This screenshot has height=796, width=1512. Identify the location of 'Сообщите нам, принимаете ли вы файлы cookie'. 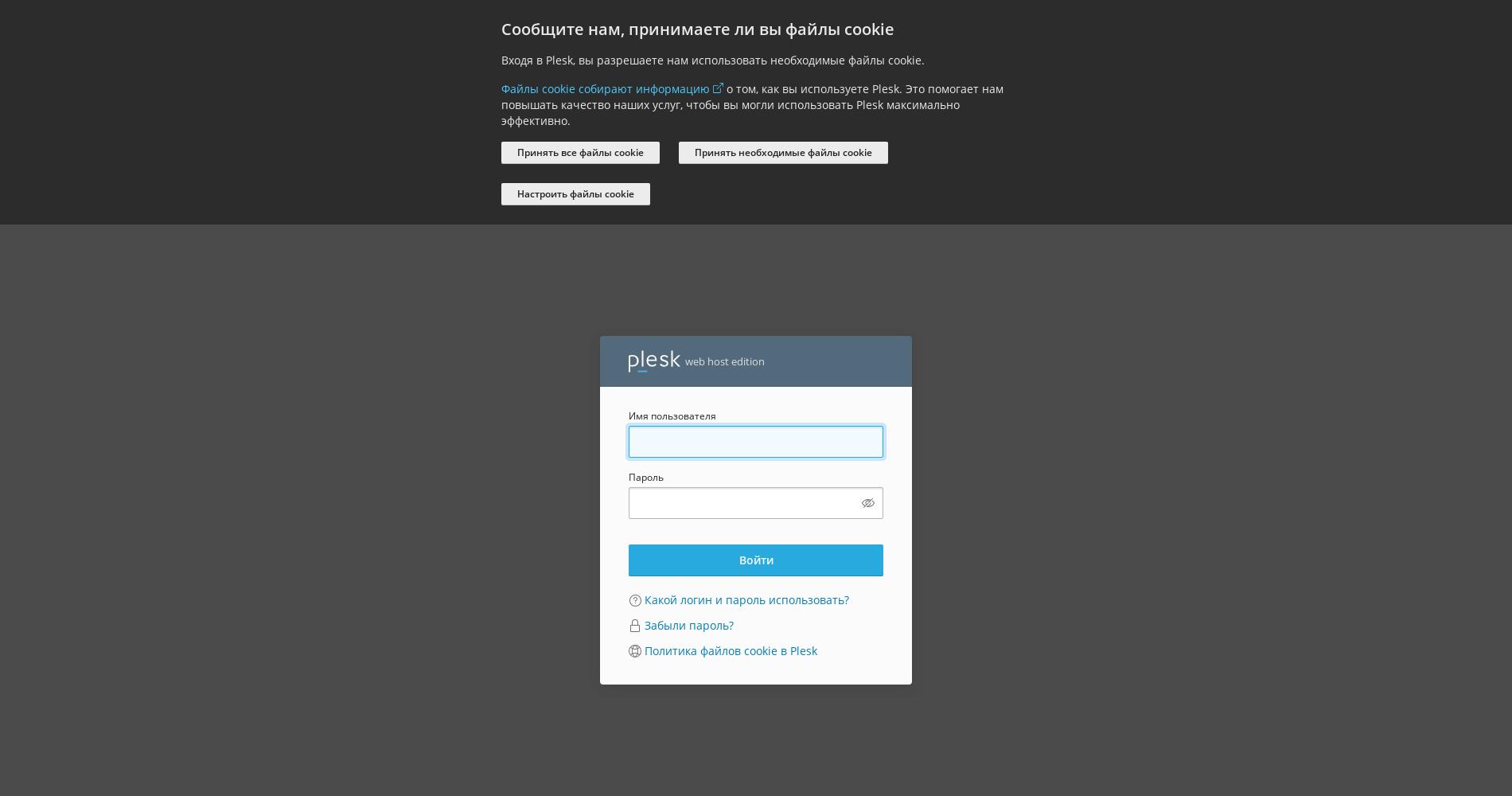
(697, 29).